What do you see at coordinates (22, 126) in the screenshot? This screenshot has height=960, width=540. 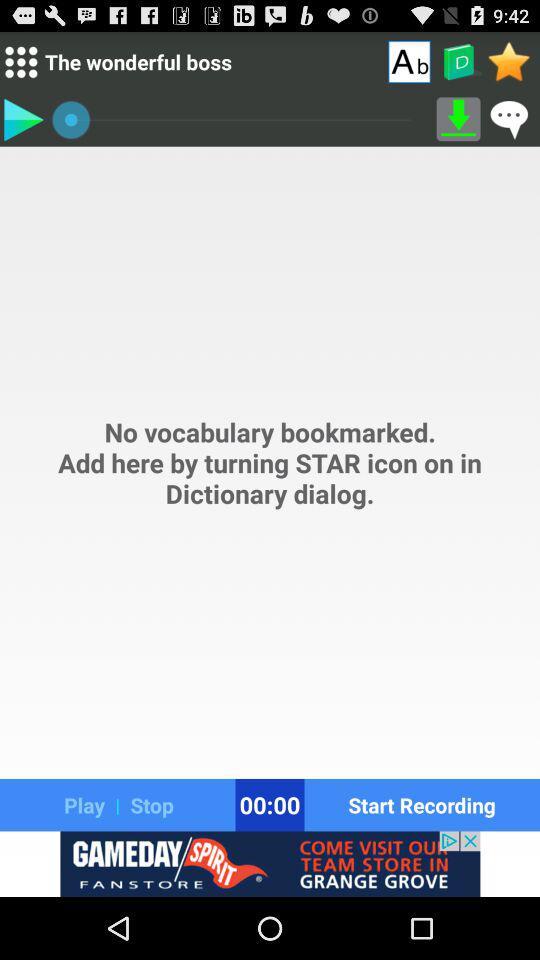 I see `the play icon` at bounding box center [22, 126].